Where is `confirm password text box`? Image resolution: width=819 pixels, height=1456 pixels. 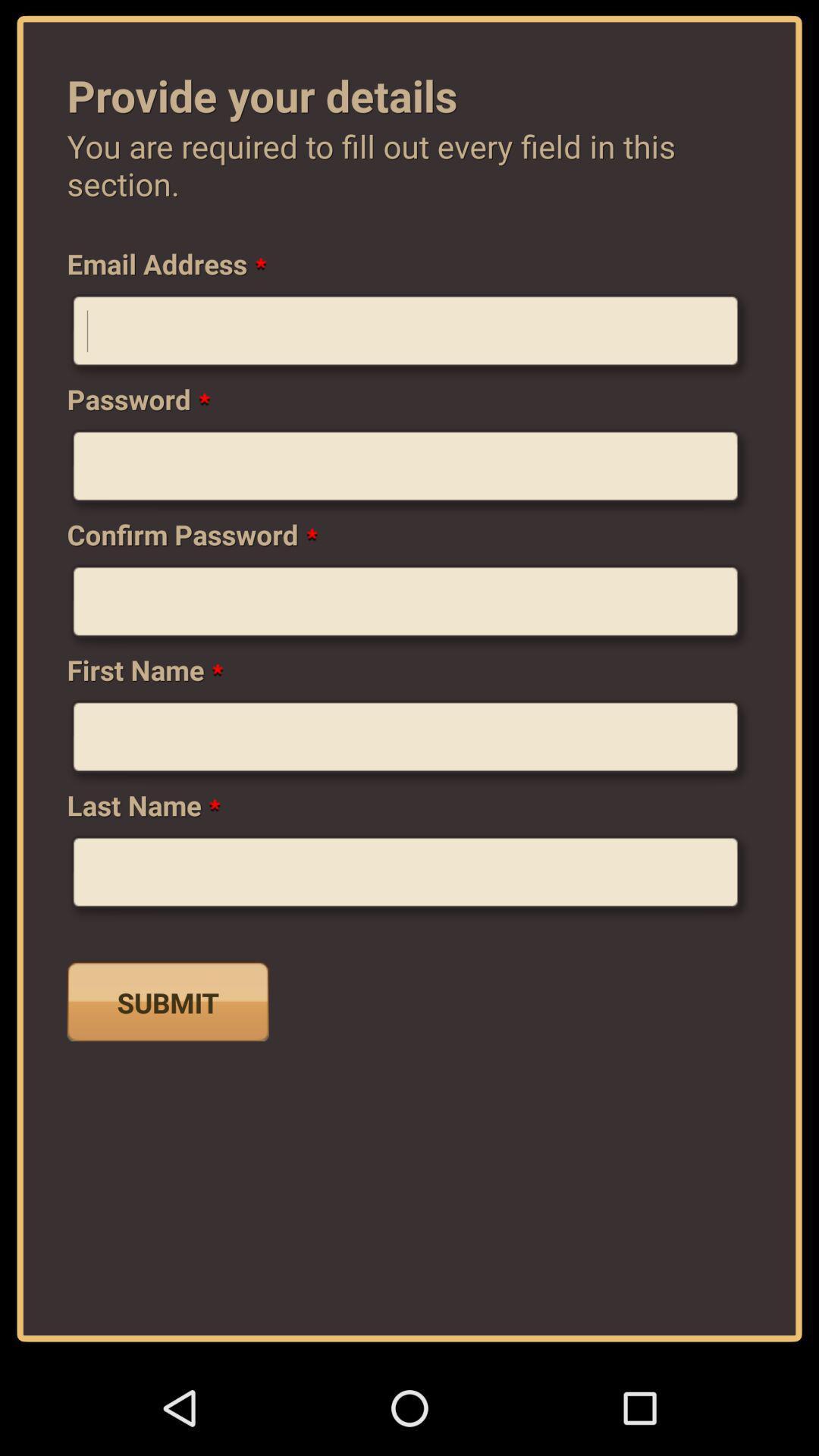
confirm password text box is located at coordinates (409, 607).